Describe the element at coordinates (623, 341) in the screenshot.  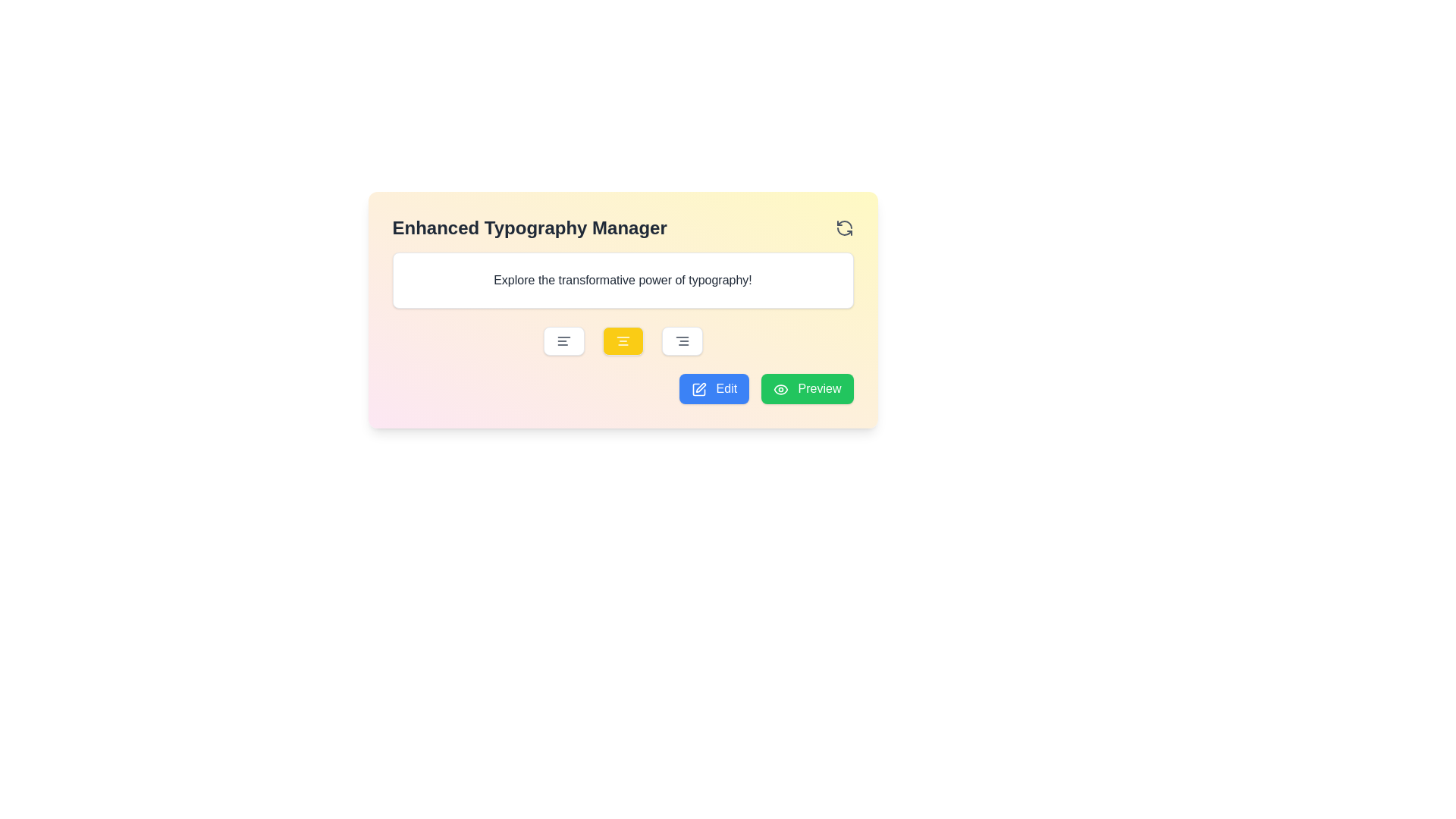
I see `the 'align center' icon` at that location.